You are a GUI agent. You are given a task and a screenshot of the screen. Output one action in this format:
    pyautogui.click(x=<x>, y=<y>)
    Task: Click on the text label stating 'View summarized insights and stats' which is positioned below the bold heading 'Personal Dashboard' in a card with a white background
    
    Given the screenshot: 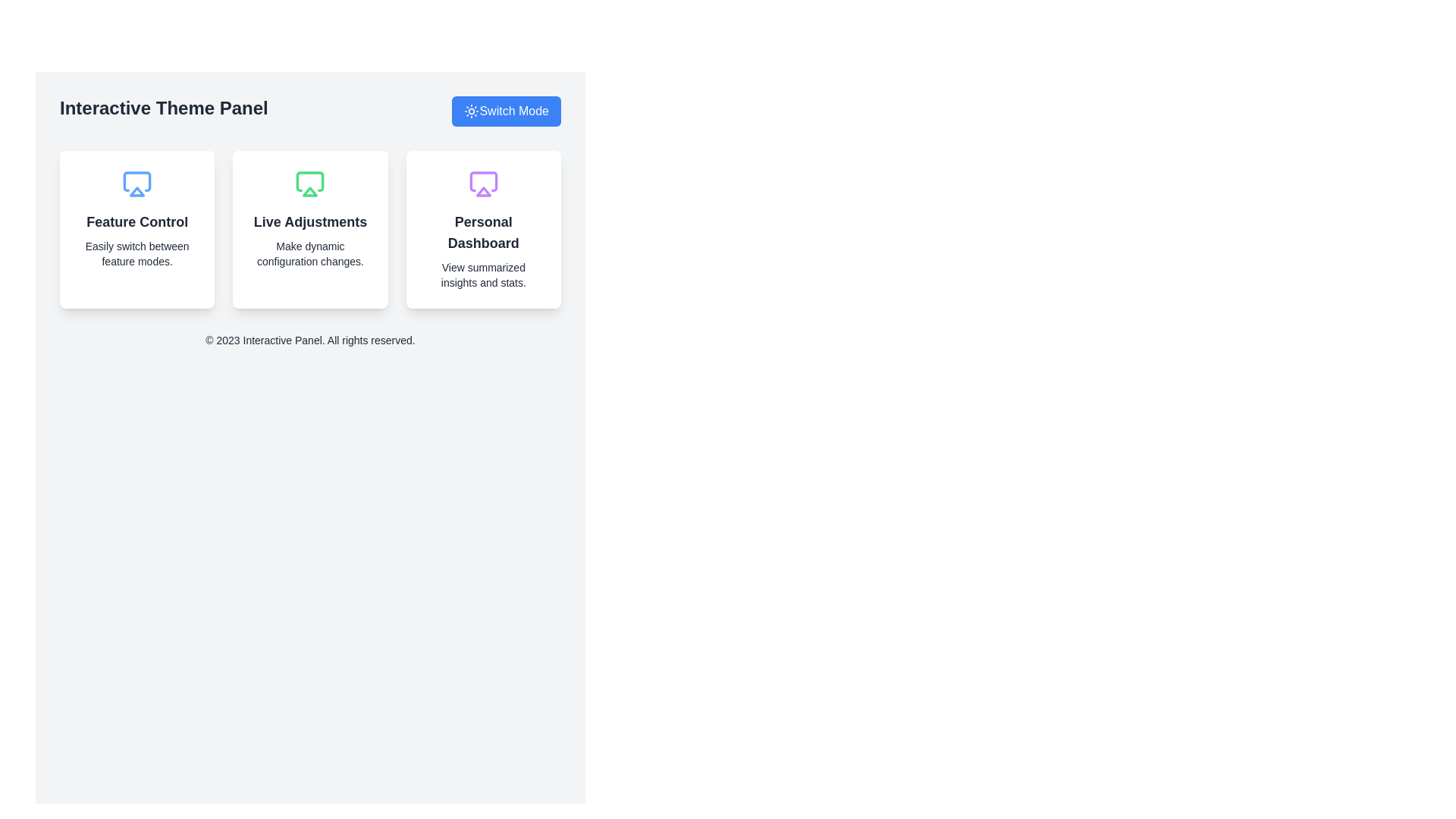 What is the action you would take?
    pyautogui.click(x=482, y=275)
    